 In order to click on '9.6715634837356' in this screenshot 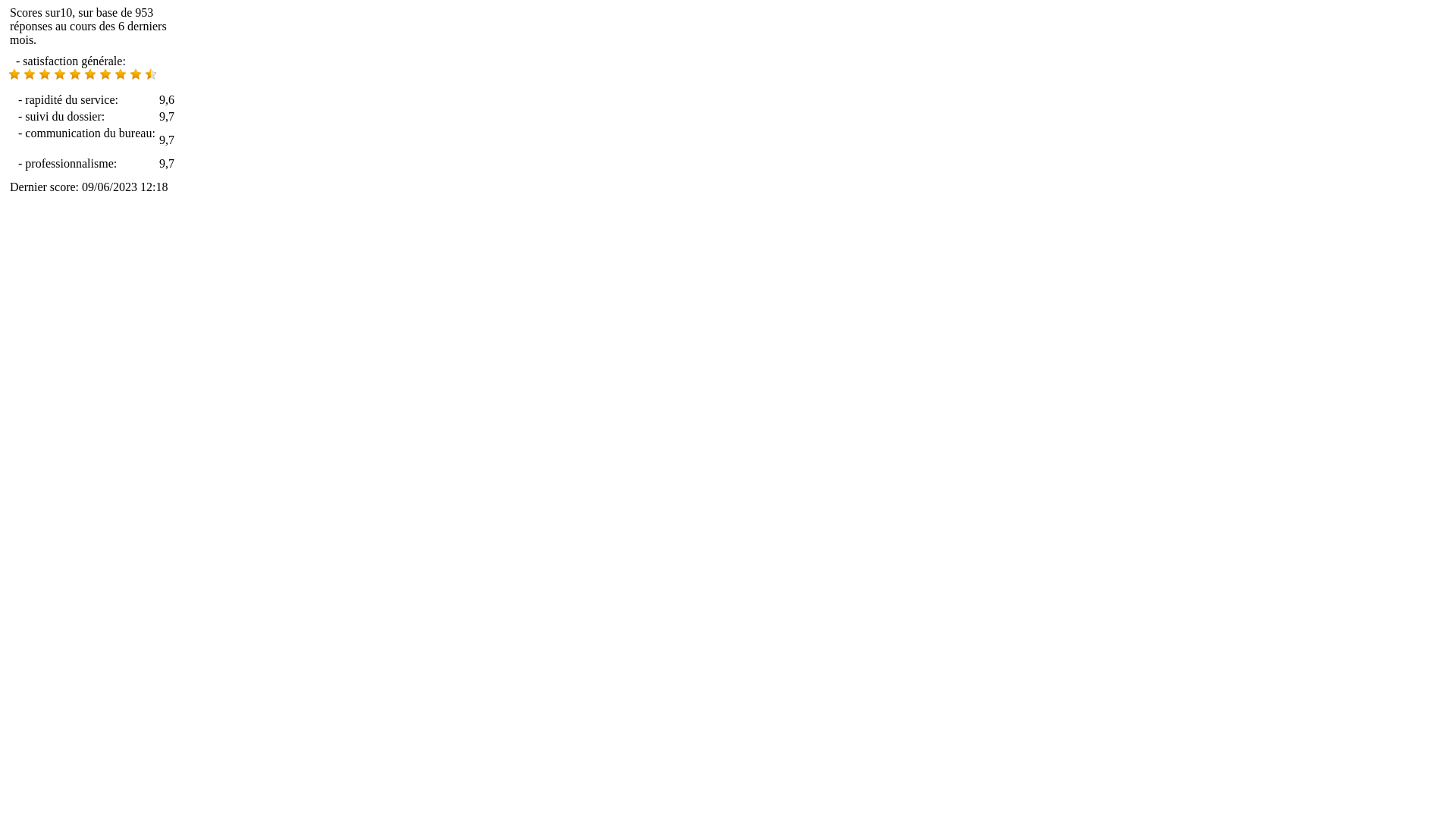, I will do `click(68, 74)`.